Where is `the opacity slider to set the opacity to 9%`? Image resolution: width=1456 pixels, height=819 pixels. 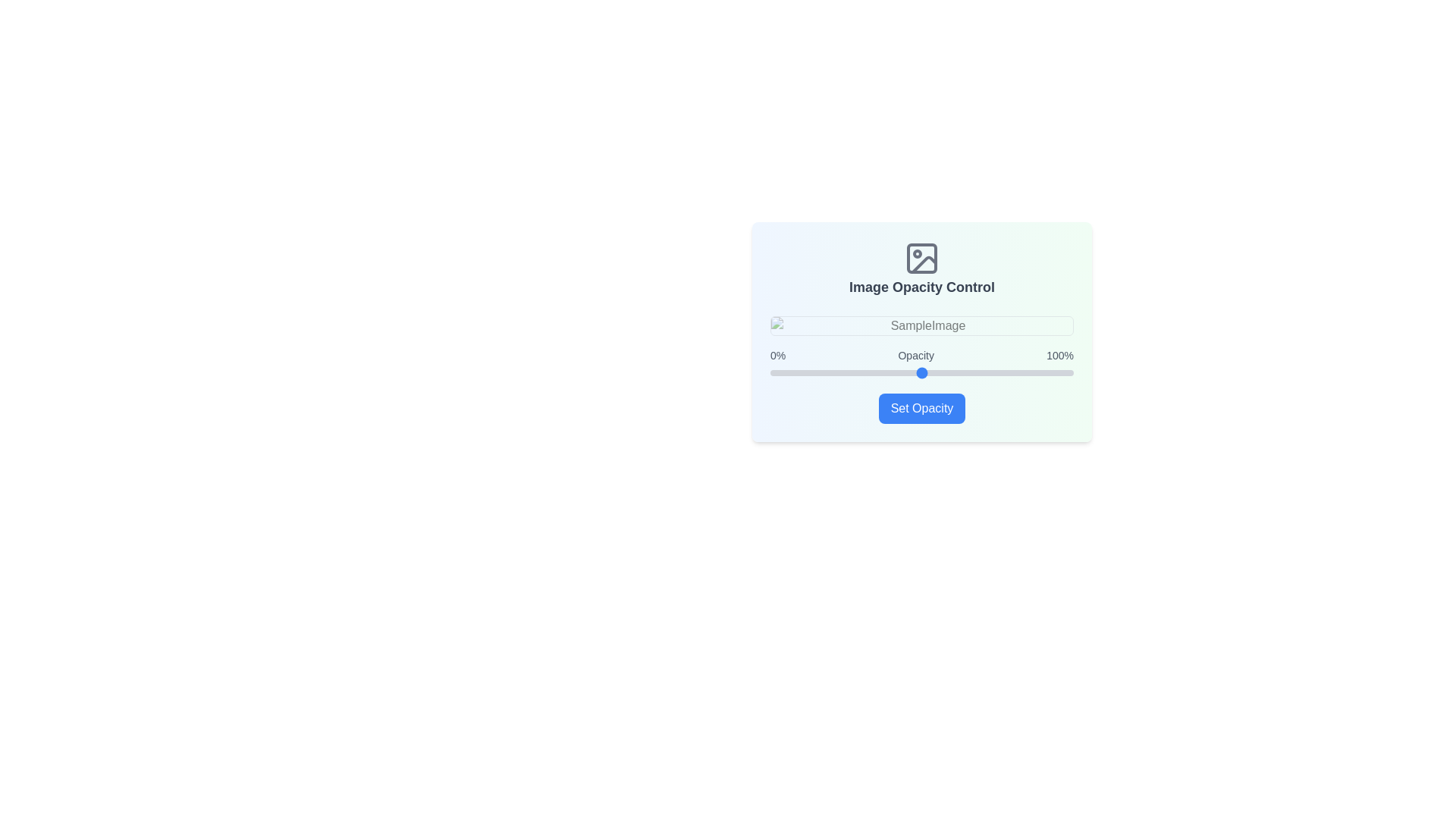 the opacity slider to set the opacity to 9% is located at coordinates (796, 373).